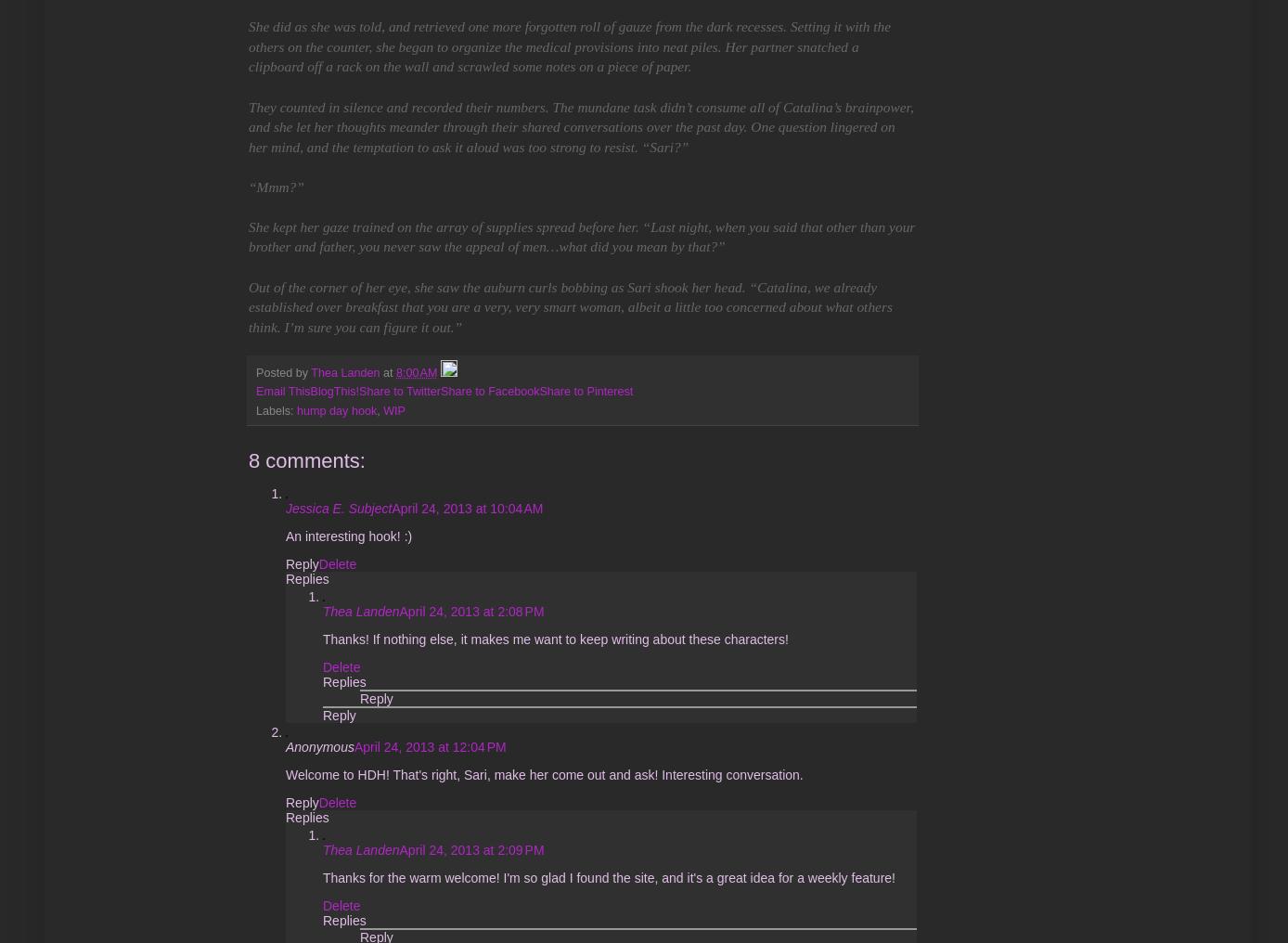 The width and height of the screenshot is (1288, 943). Describe the element at coordinates (282, 372) in the screenshot. I see `'Posted by'` at that location.